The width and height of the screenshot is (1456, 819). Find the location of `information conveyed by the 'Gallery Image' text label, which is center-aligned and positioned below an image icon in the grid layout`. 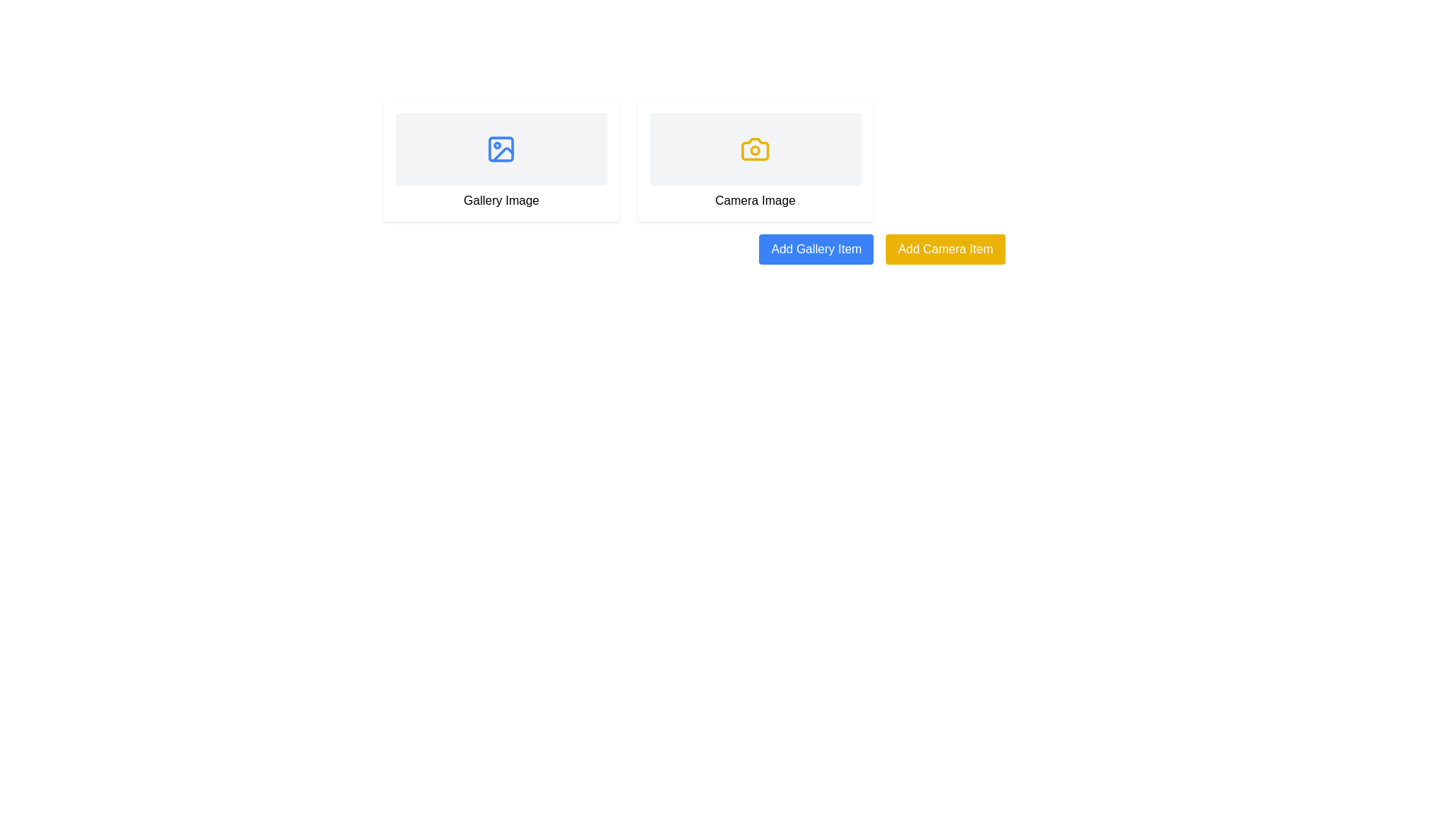

information conveyed by the 'Gallery Image' text label, which is center-aligned and positioned below an image icon in the grid layout is located at coordinates (501, 200).